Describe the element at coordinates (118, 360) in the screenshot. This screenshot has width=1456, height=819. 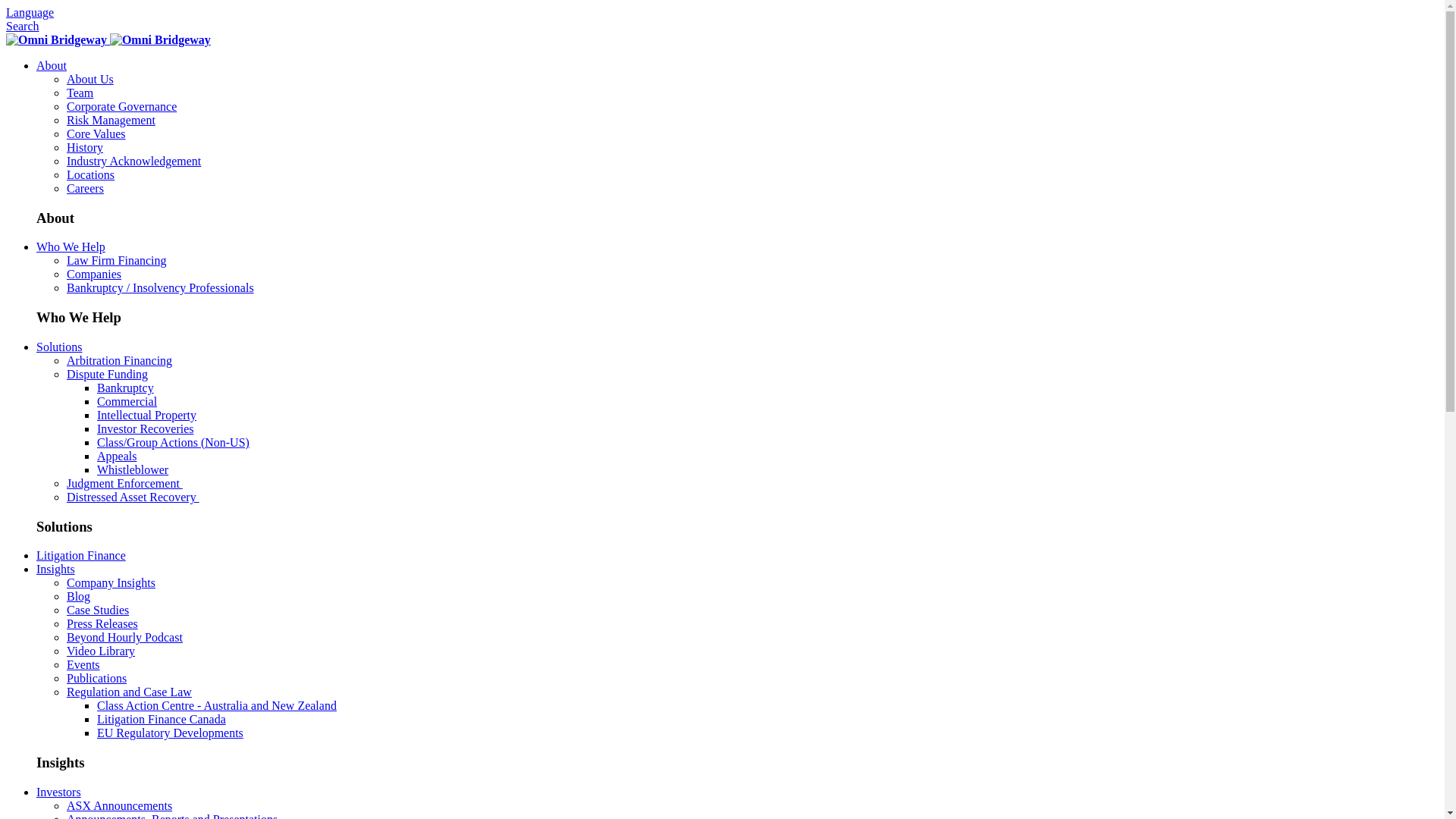
I see `'Arbitration Financing'` at that location.